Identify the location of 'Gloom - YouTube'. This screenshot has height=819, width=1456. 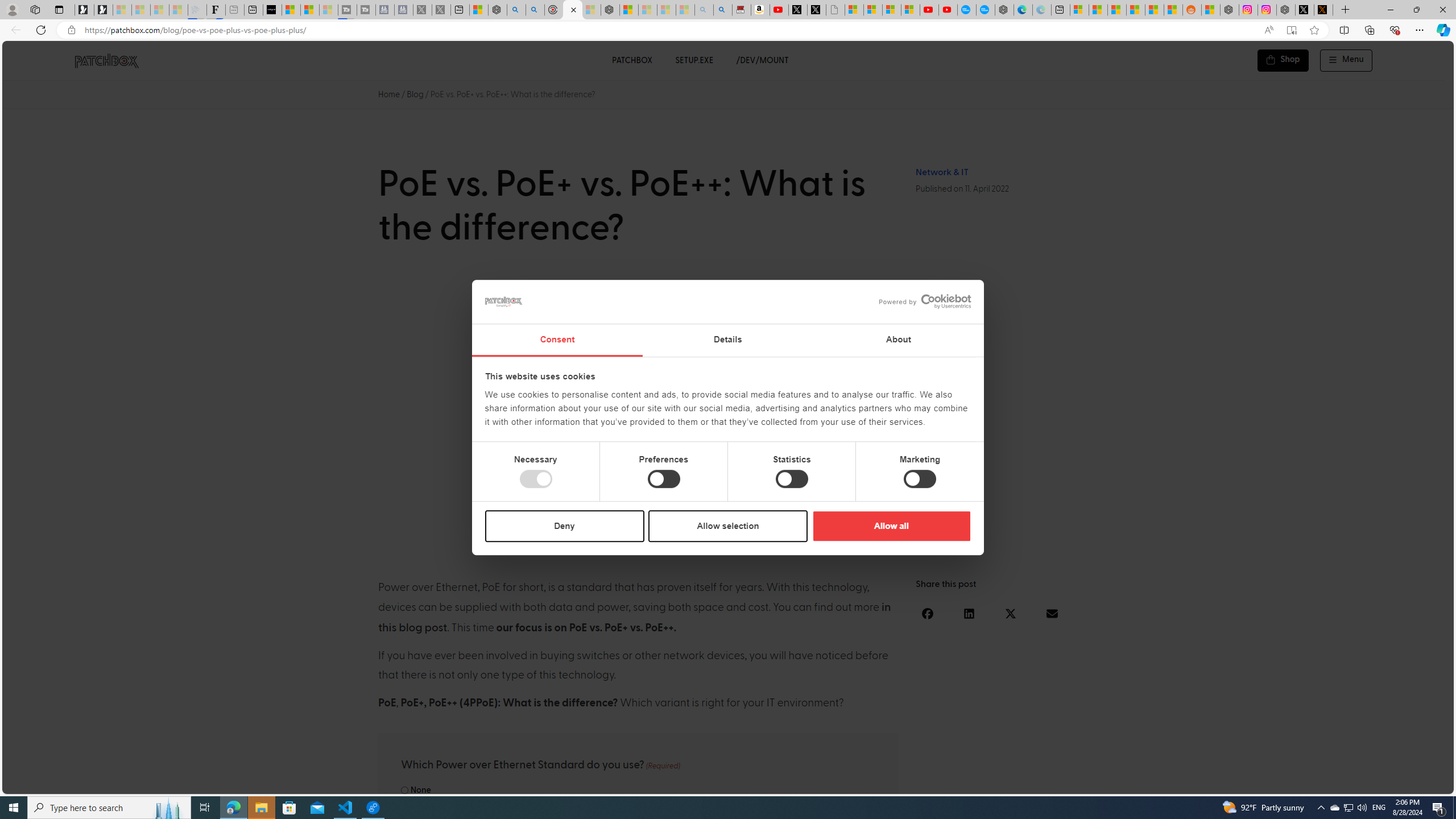
(929, 9).